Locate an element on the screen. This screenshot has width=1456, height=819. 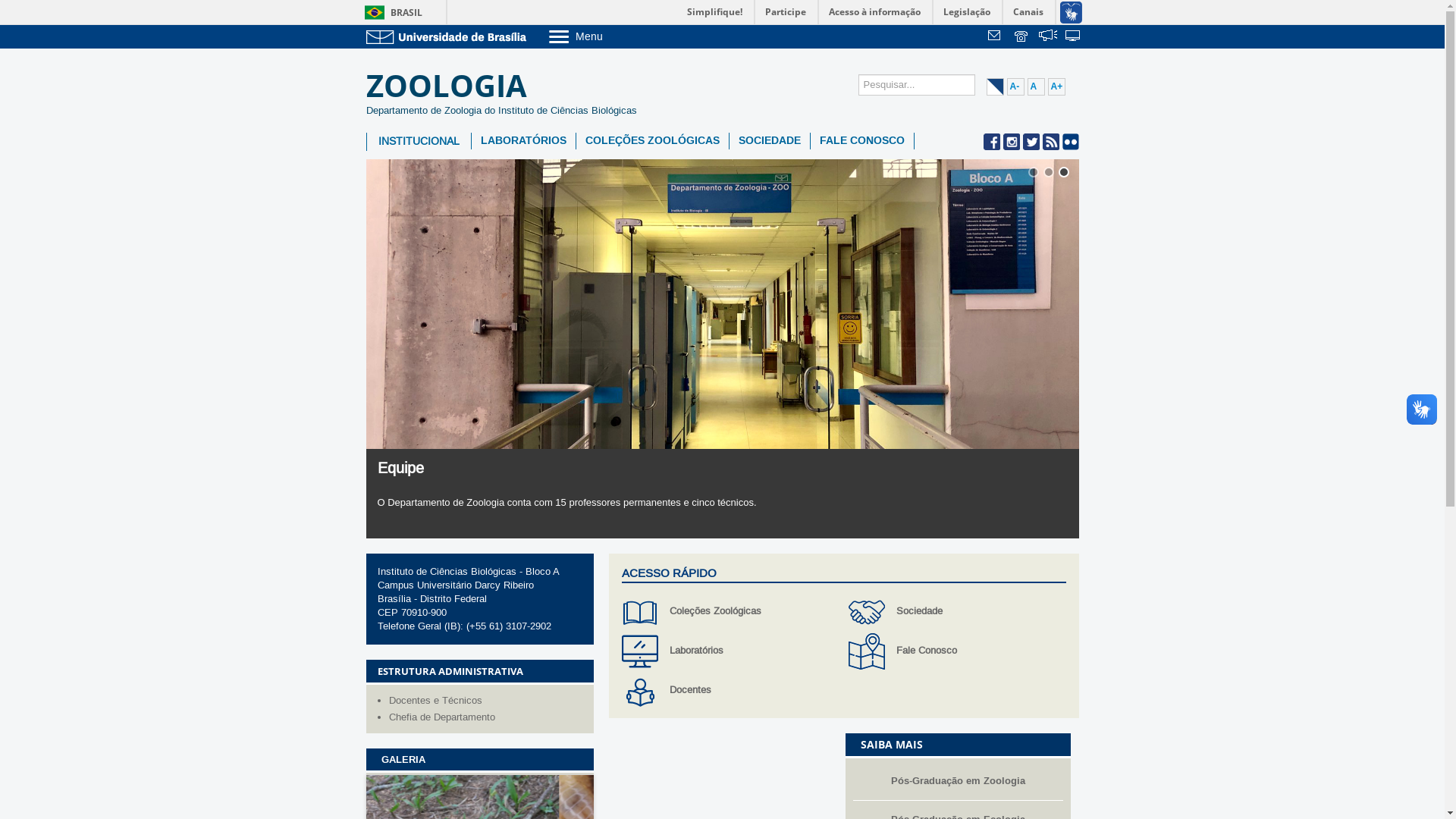
' ' is located at coordinates (1047, 36).